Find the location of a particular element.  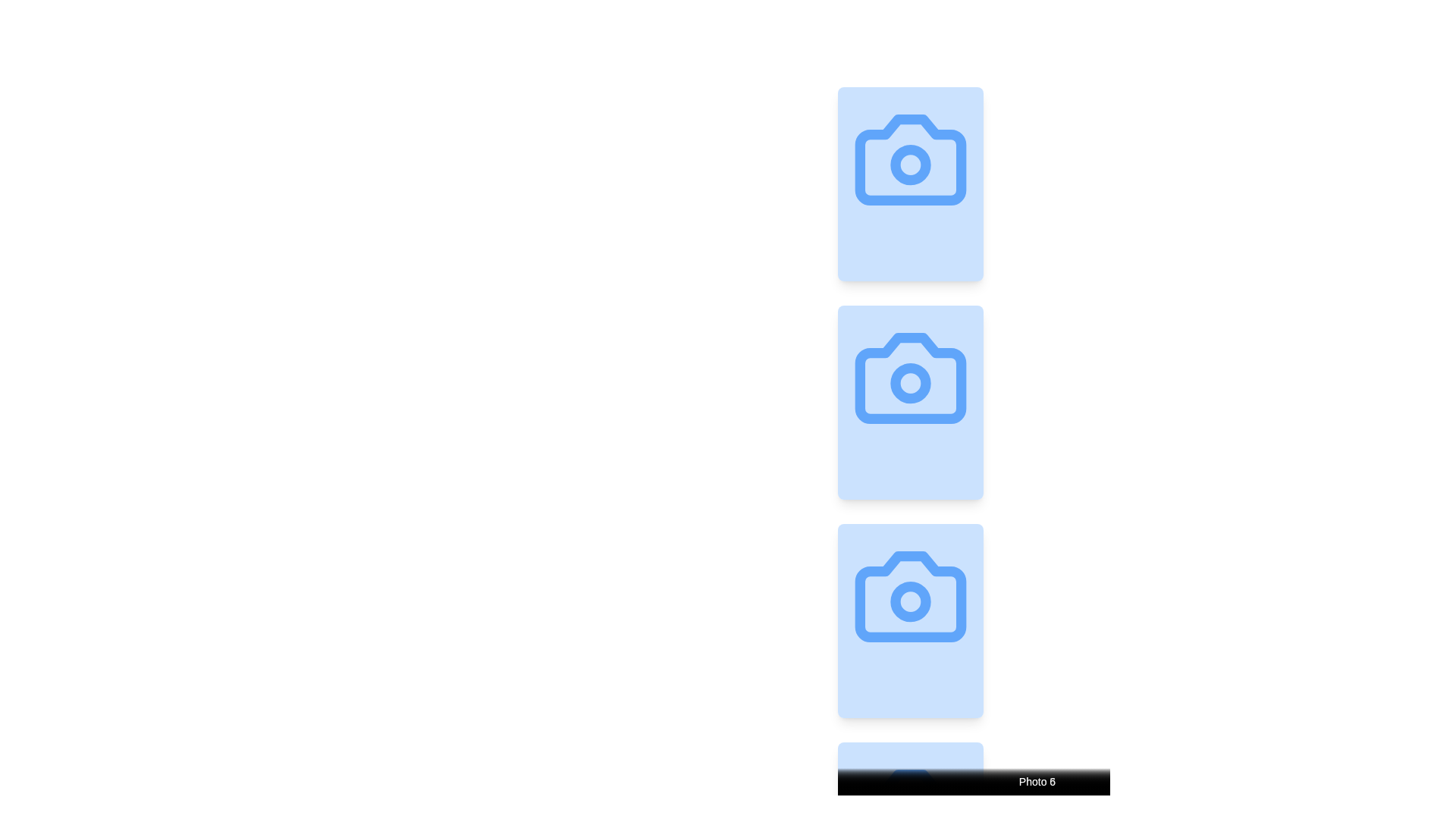

the central circular region of the camera icon is located at coordinates (910, 164).